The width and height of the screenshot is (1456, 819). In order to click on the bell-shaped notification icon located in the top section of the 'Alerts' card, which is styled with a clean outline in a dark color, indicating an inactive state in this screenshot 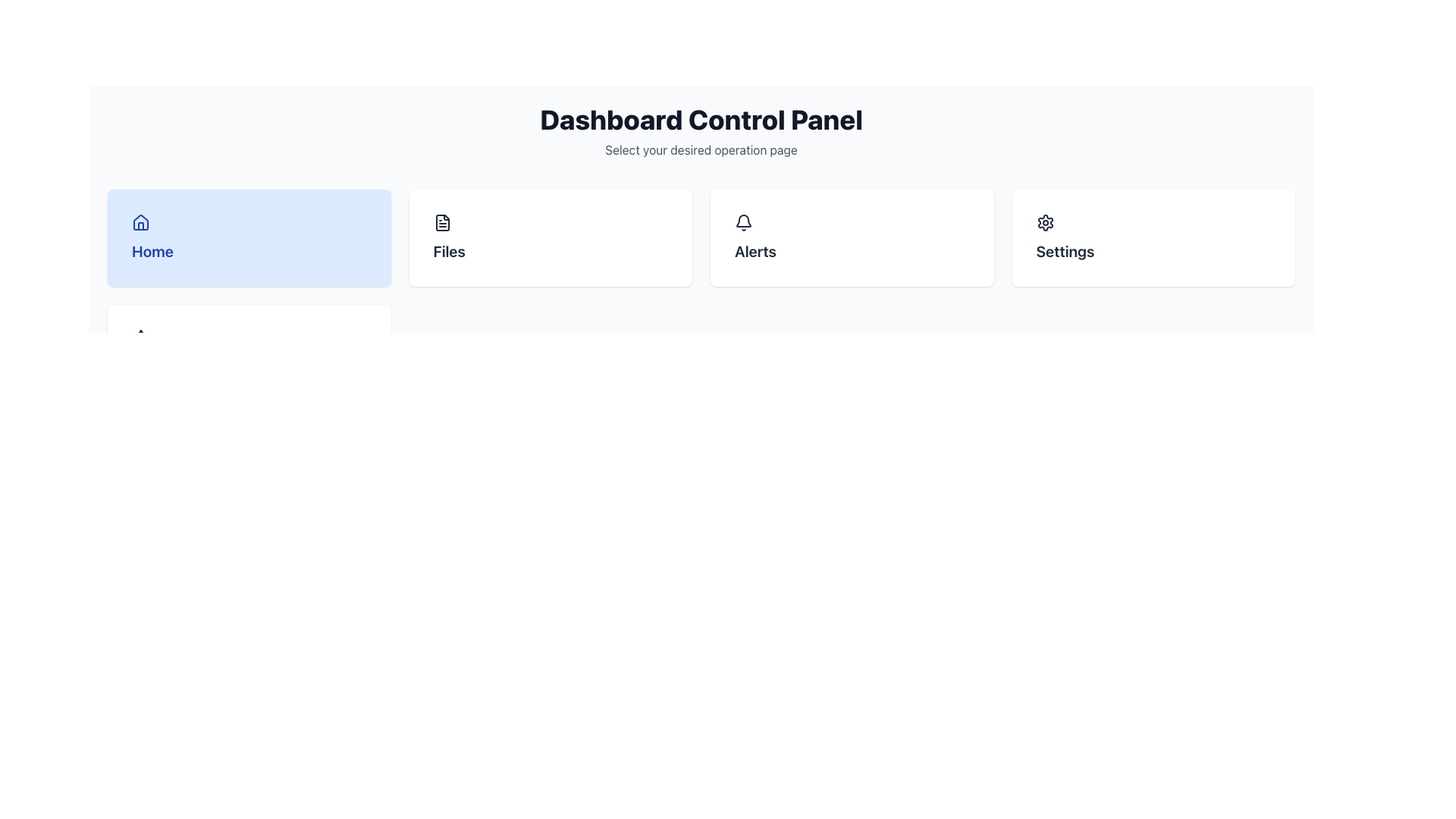, I will do `click(743, 221)`.